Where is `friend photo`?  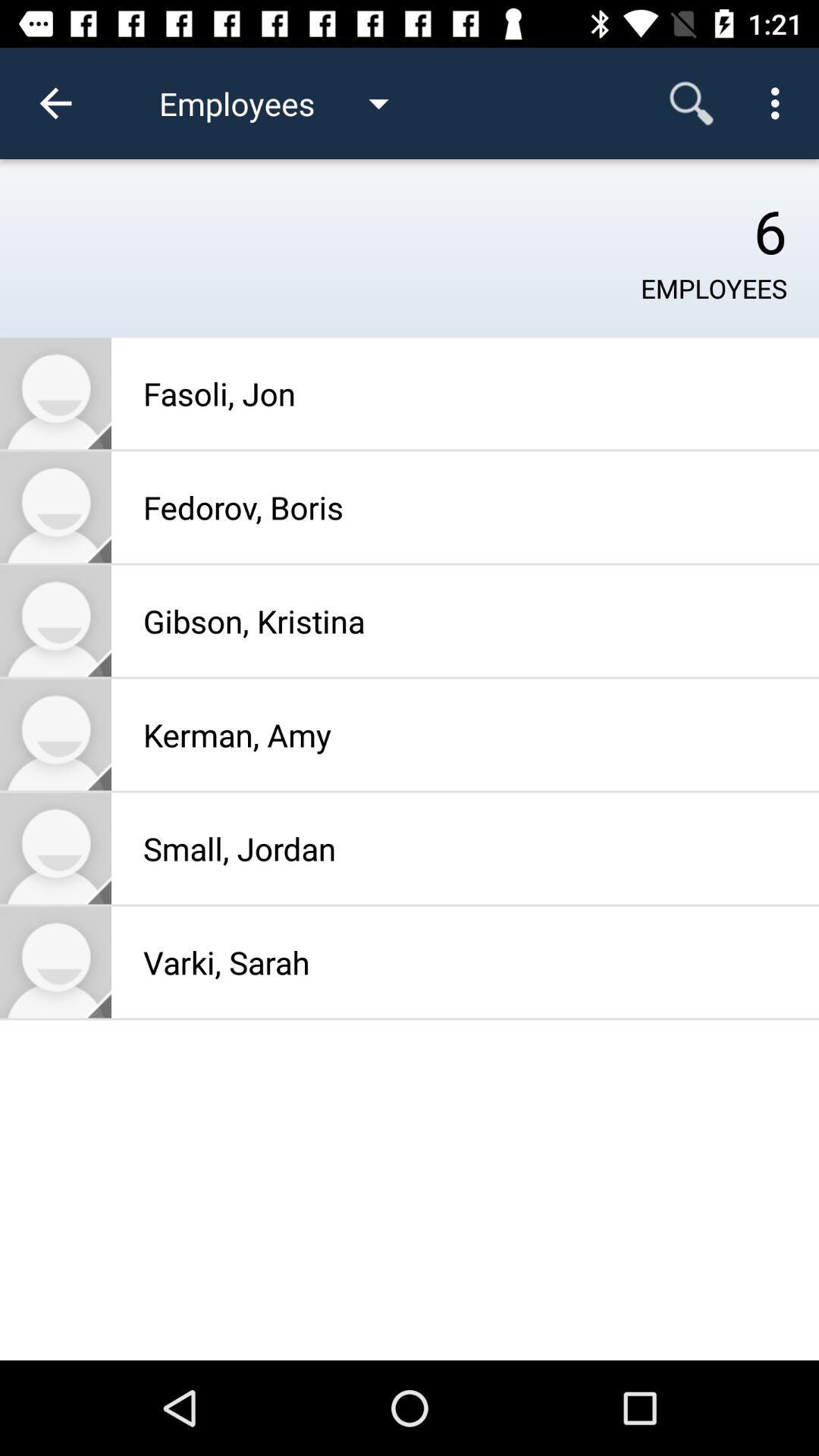
friend photo is located at coordinates (55, 621).